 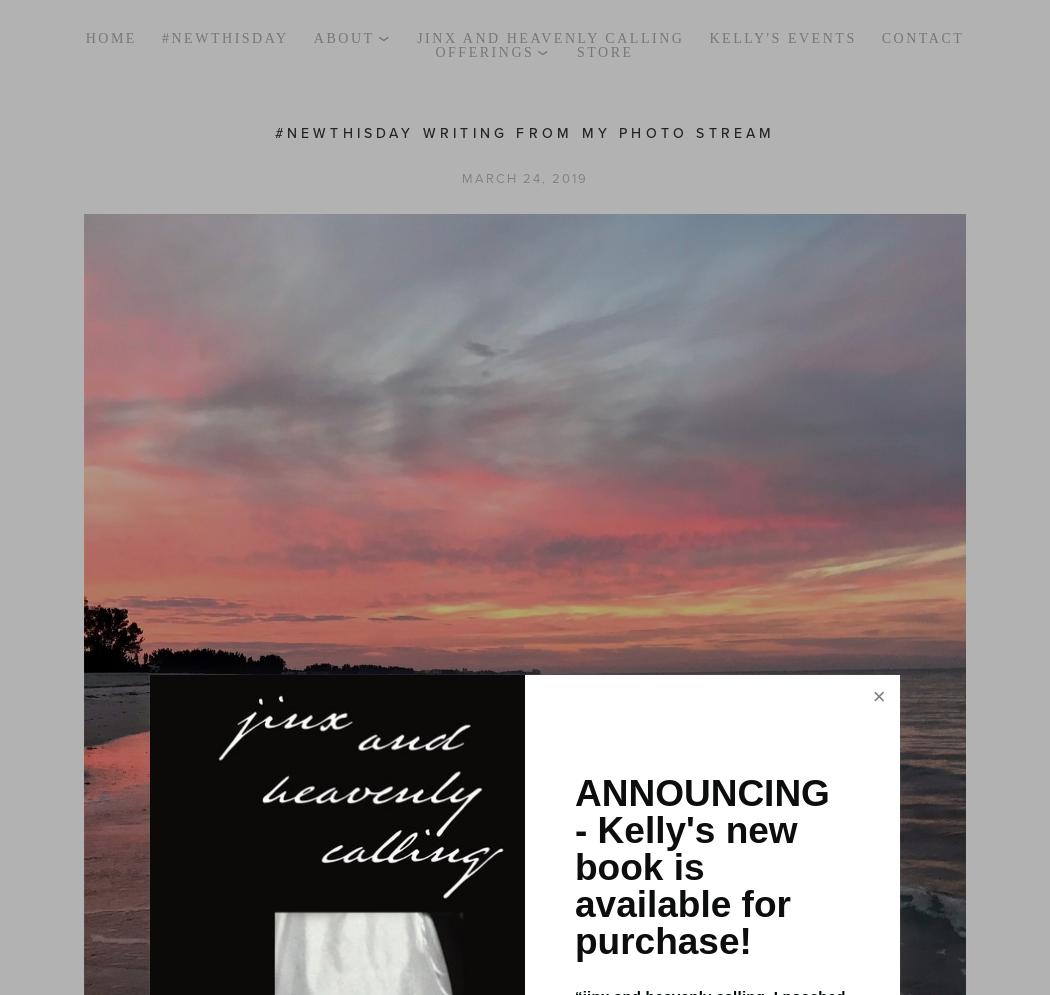 I want to click on 'Farm Pond Writer's Collective', so click(x=588, y=349).